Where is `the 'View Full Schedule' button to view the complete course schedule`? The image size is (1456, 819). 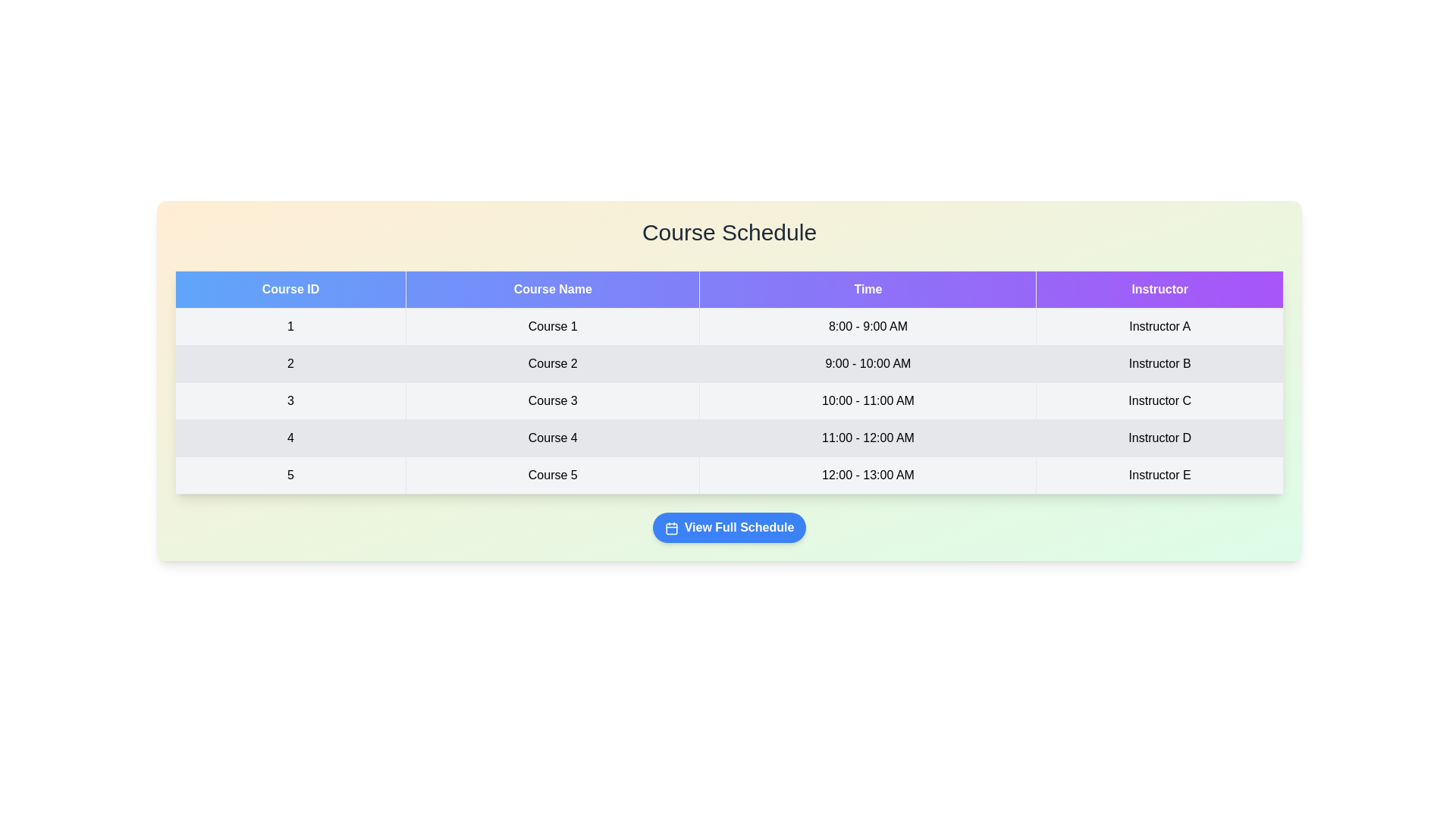 the 'View Full Schedule' button to view the complete course schedule is located at coordinates (729, 526).